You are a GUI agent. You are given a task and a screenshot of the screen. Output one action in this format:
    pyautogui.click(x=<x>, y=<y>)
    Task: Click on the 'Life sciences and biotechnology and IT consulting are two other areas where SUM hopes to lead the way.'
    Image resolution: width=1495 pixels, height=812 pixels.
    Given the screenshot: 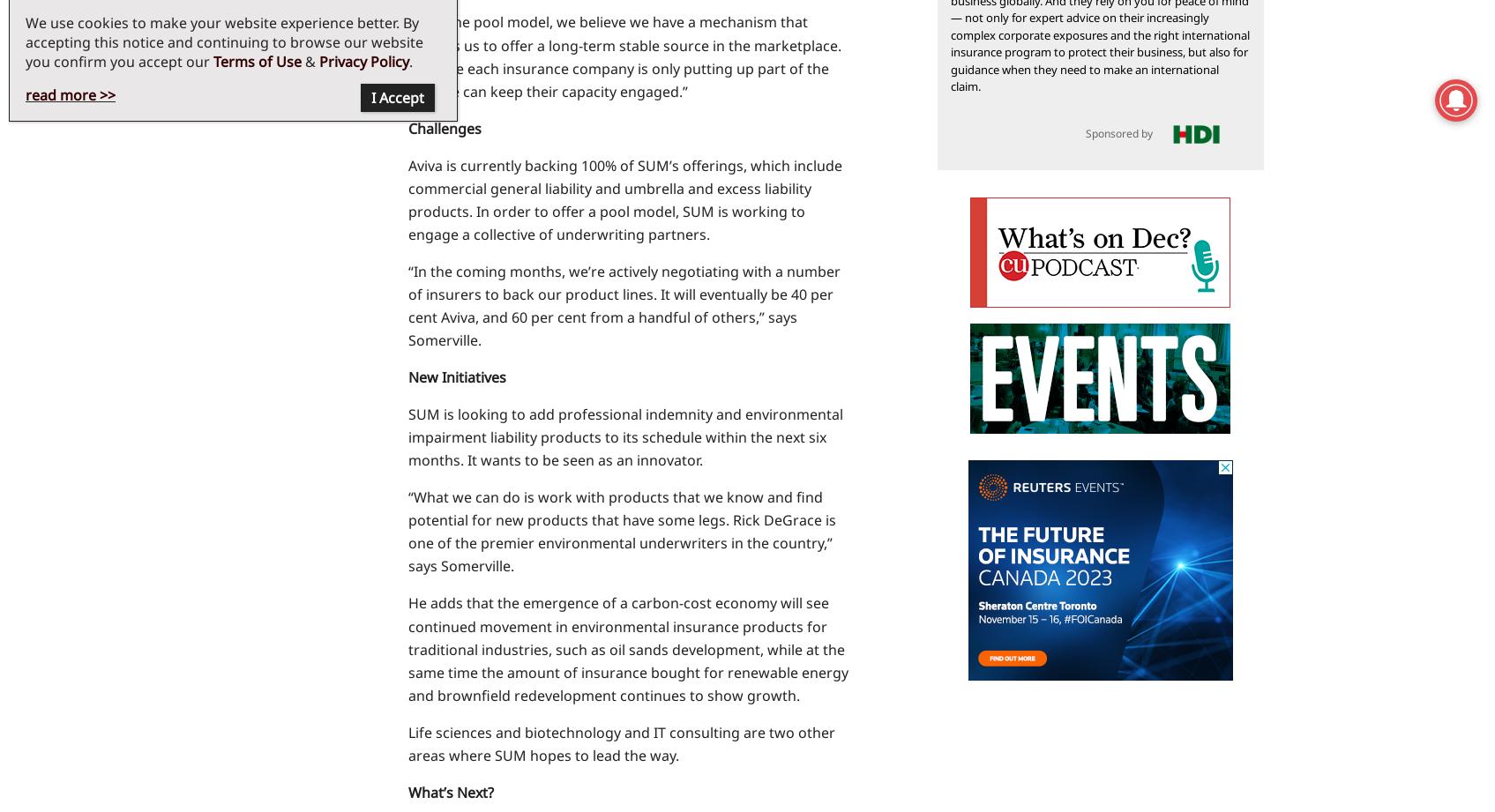 What is the action you would take?
    pyautogui.click(x=620, y=741)
    